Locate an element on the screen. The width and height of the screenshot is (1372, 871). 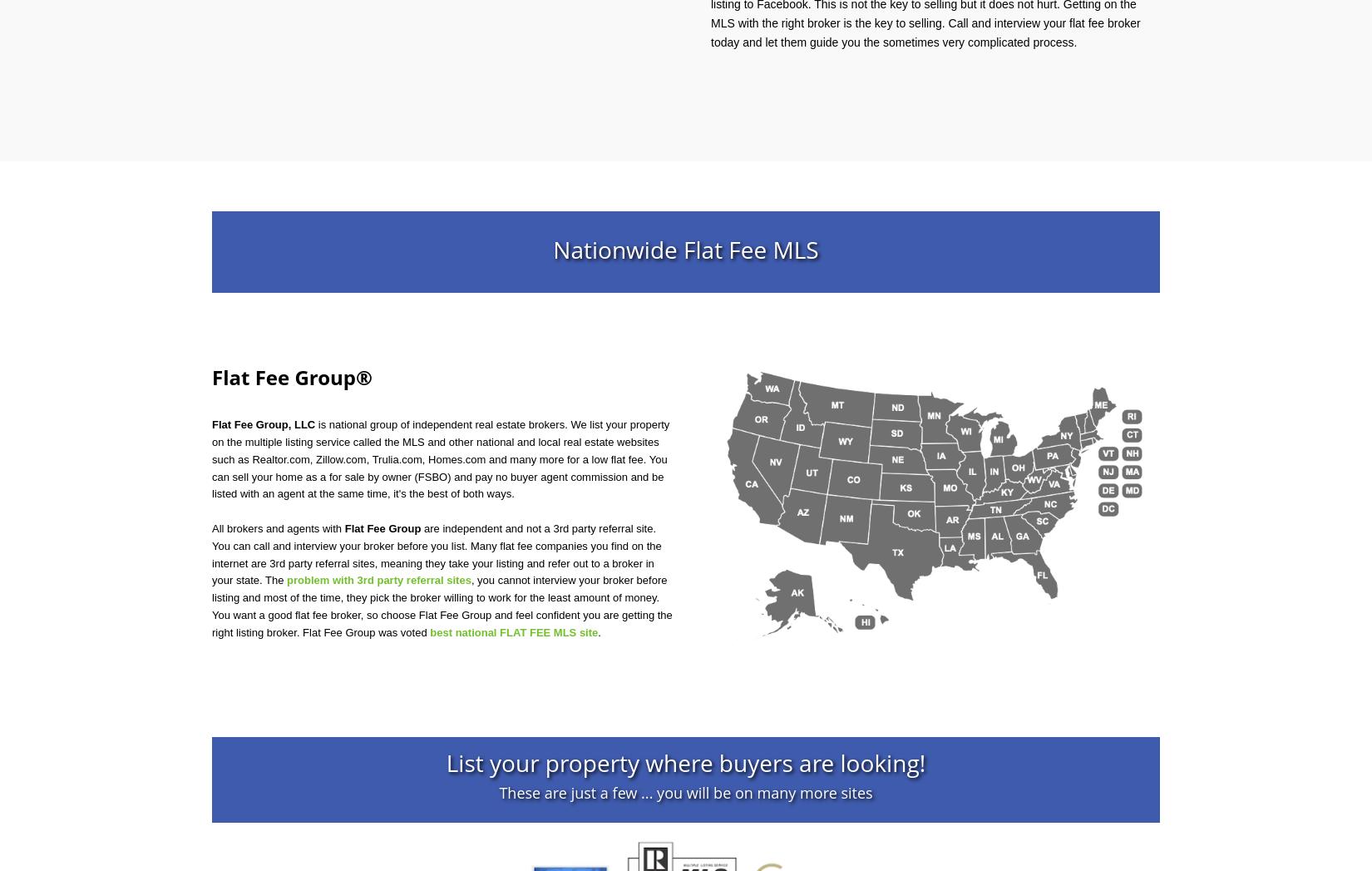
'Flat Fee Group®' is located at coordinates (292, 377).